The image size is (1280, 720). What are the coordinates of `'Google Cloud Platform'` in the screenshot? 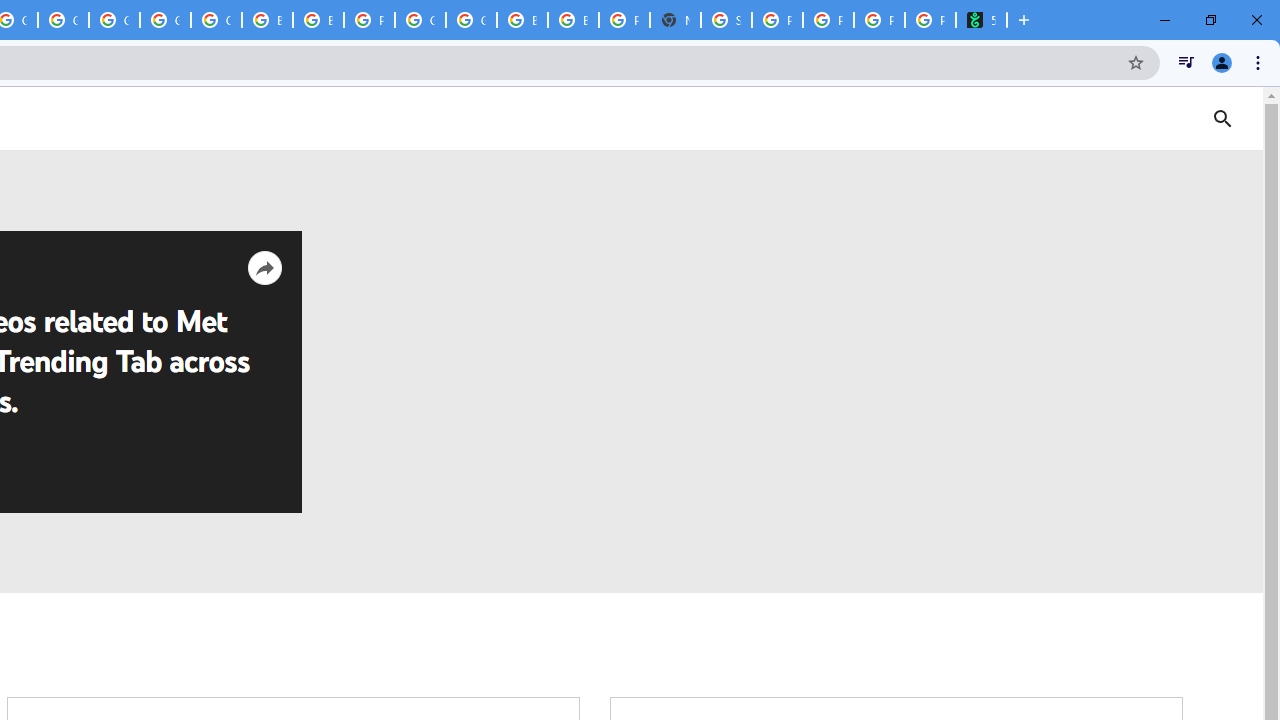 It's located at (419, 20).